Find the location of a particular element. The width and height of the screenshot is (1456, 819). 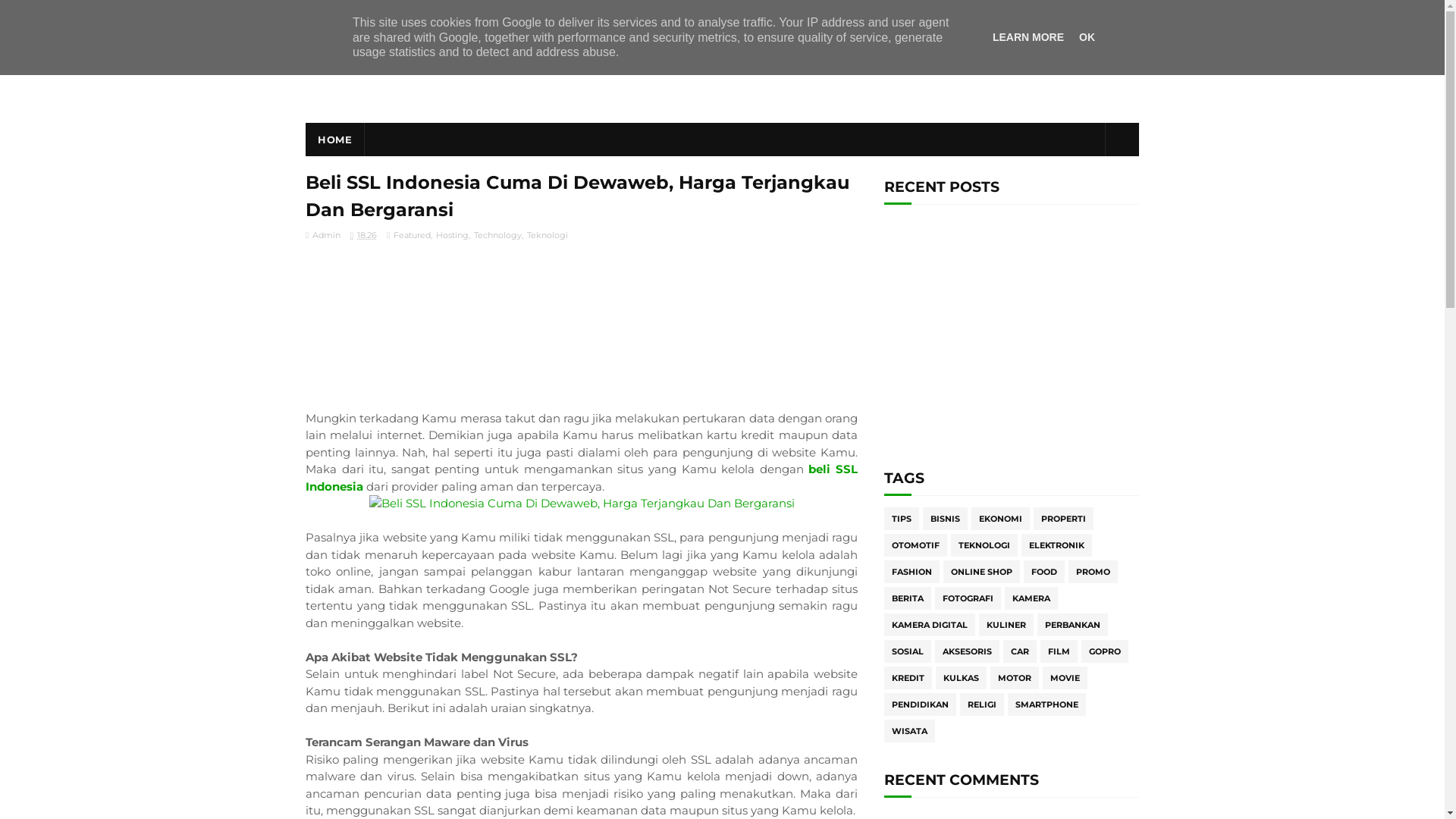

'FOTOGRAFI' is located at coordinates (967, 598).